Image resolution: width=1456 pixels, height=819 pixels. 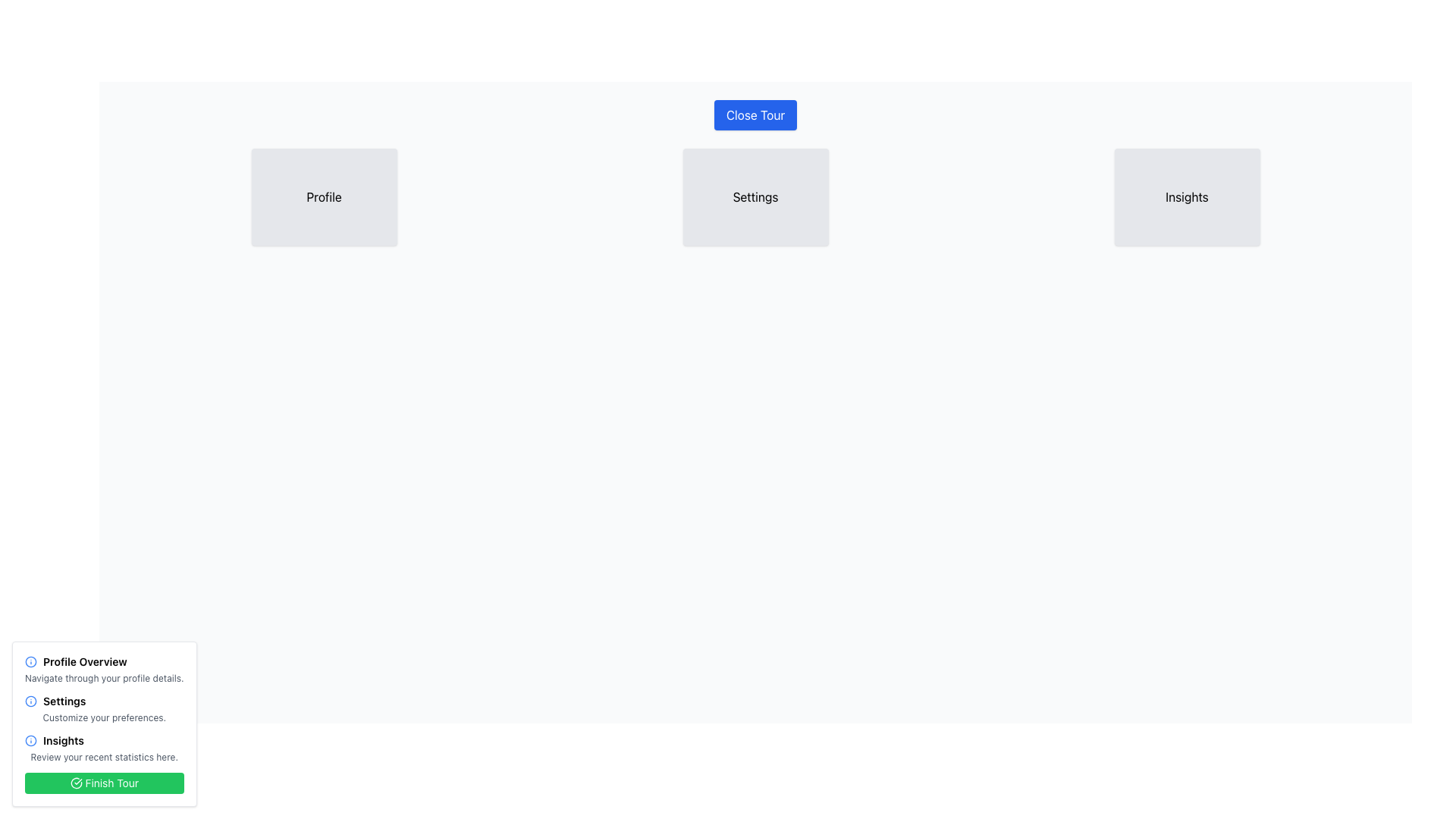 What do you see at coordinates (62, 739) in the screenshot?
I see `the 'Insights' title label in the popup, which is the third item in the vertical list containing 'Profile Overview' and 'Settings'` at bounding box center [62, 739].